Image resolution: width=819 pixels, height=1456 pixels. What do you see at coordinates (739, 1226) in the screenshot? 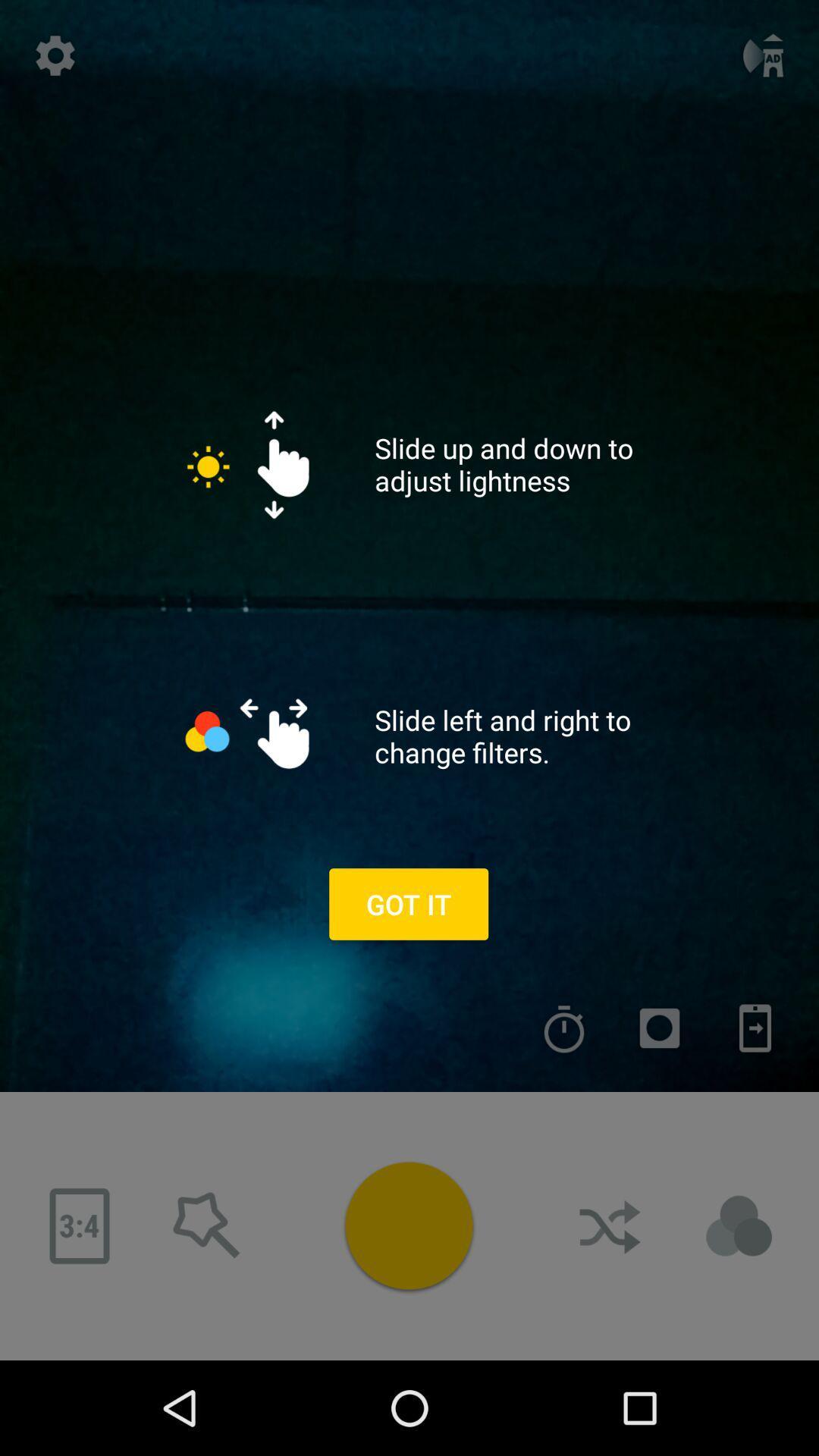
I see `click for filter option` at bounding box center [739, 1226].